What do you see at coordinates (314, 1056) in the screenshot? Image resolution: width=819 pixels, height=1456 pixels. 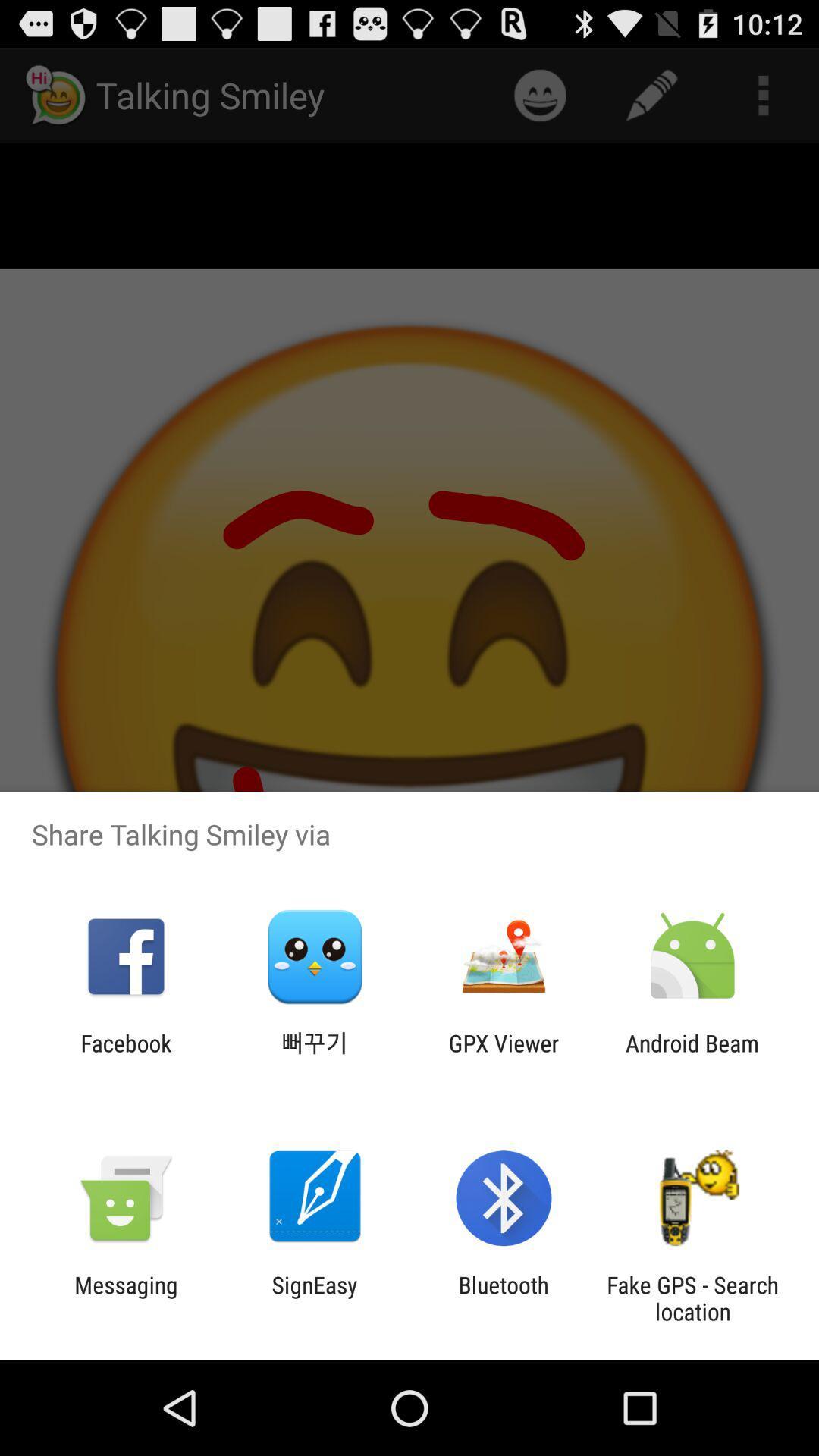 I see `app next to facebook icon` at bounding box center [314, 1056].